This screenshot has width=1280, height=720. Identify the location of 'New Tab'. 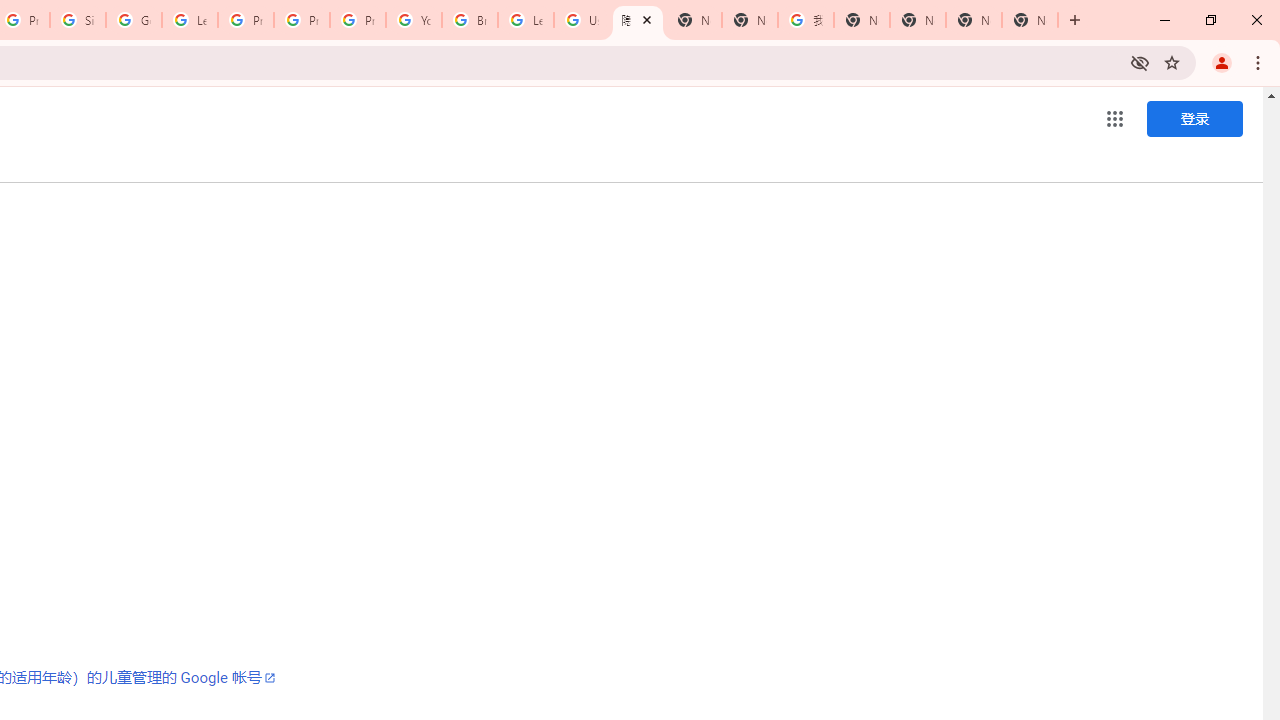
(1030, 20).